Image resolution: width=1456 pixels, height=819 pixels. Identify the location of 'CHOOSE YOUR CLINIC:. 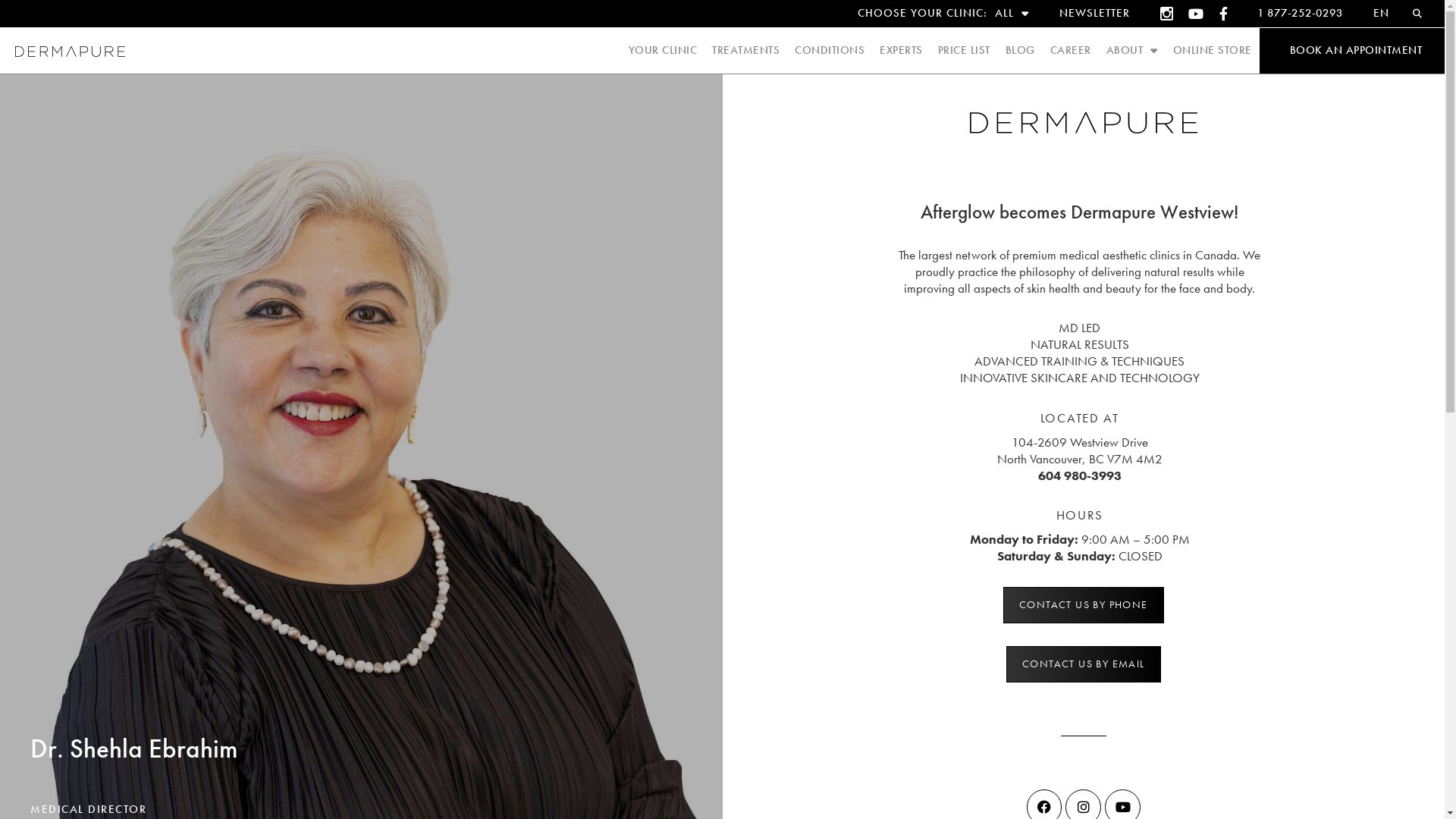
(942, 14).